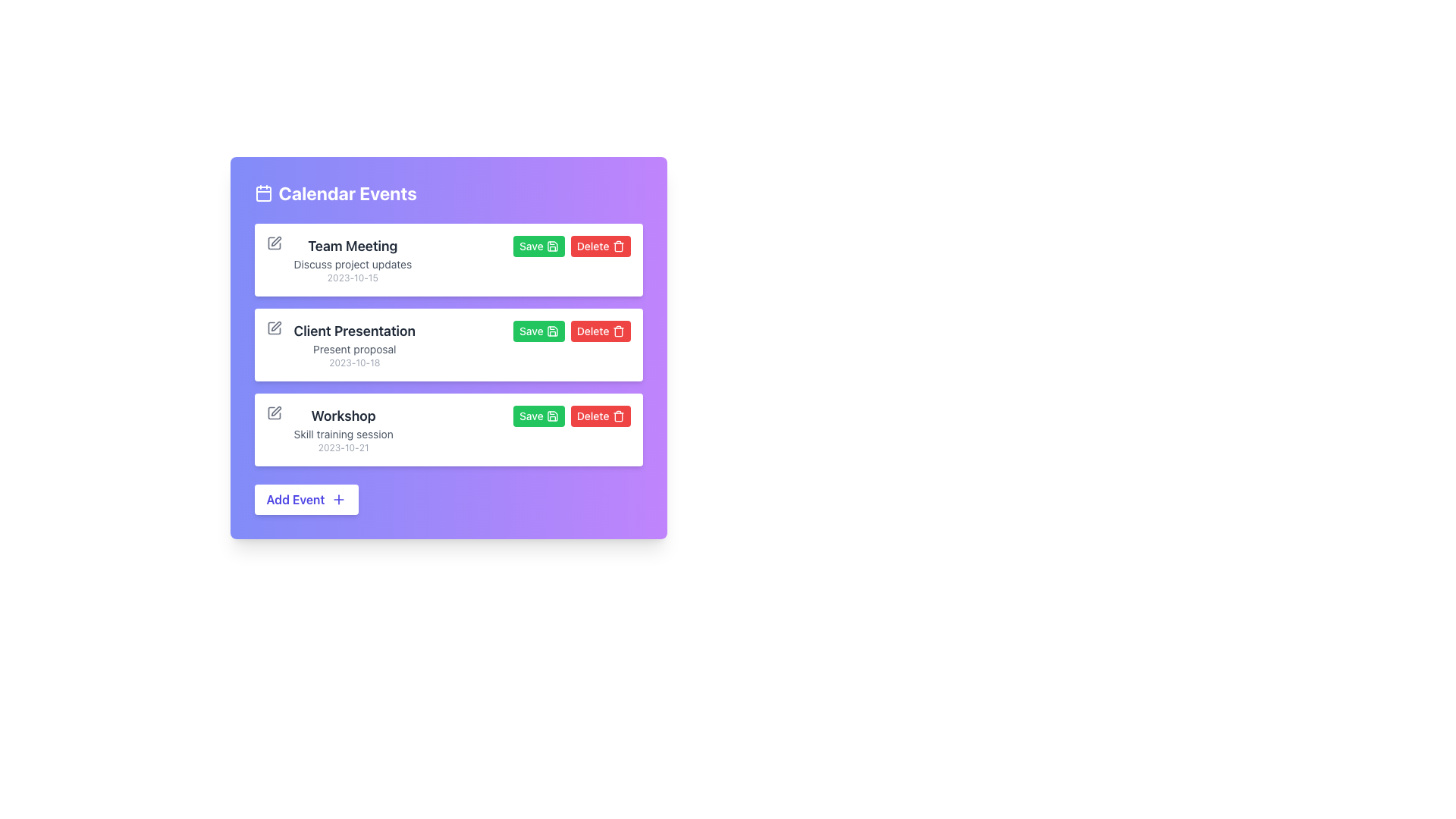 Image resolution: width=1456 pixels, height=819 pixels. I want to click on the Save icon, so click(551, 245).